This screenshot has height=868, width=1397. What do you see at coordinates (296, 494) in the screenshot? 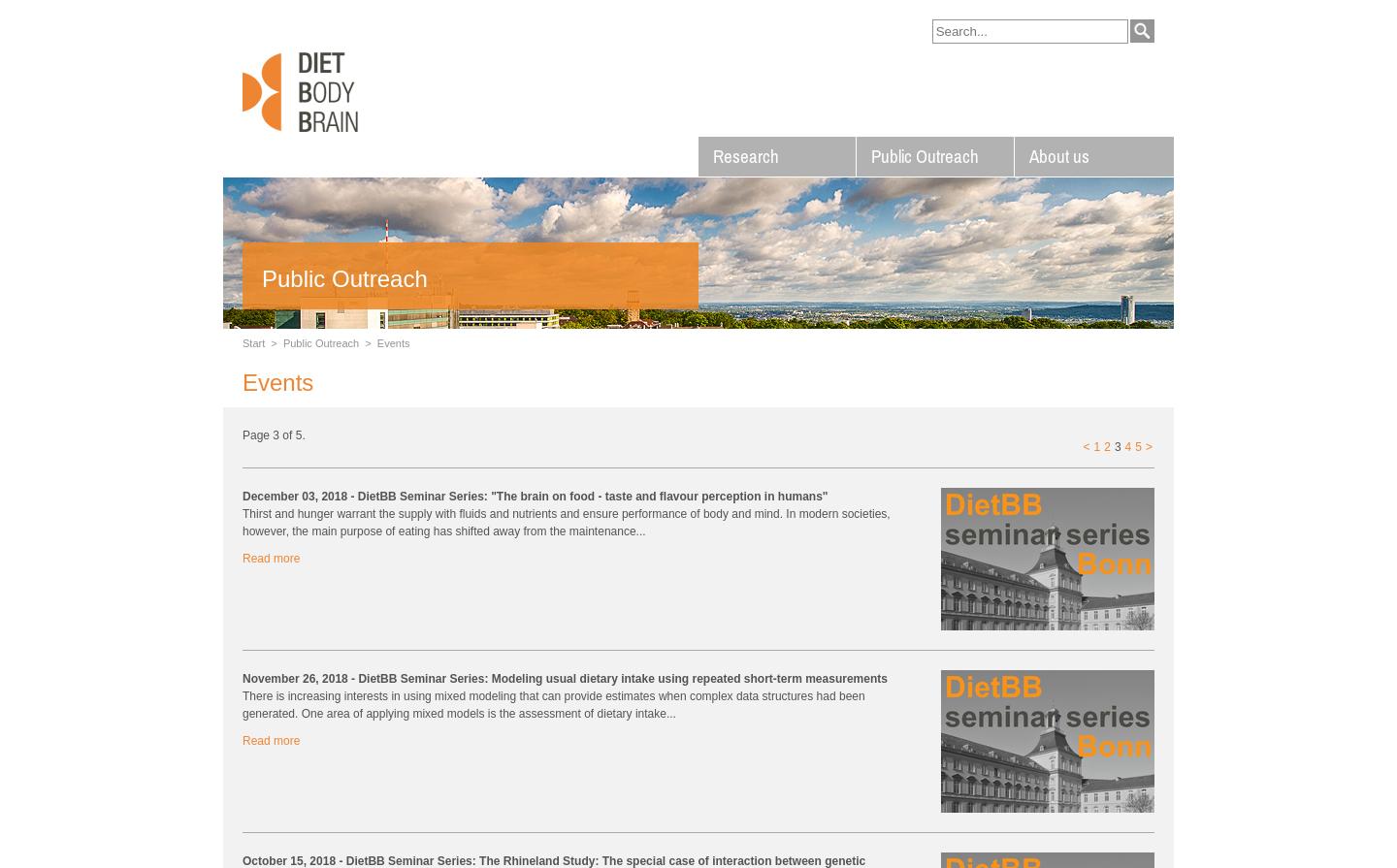
I see `'December 03, 2018'` at bounding box center [296, 494].